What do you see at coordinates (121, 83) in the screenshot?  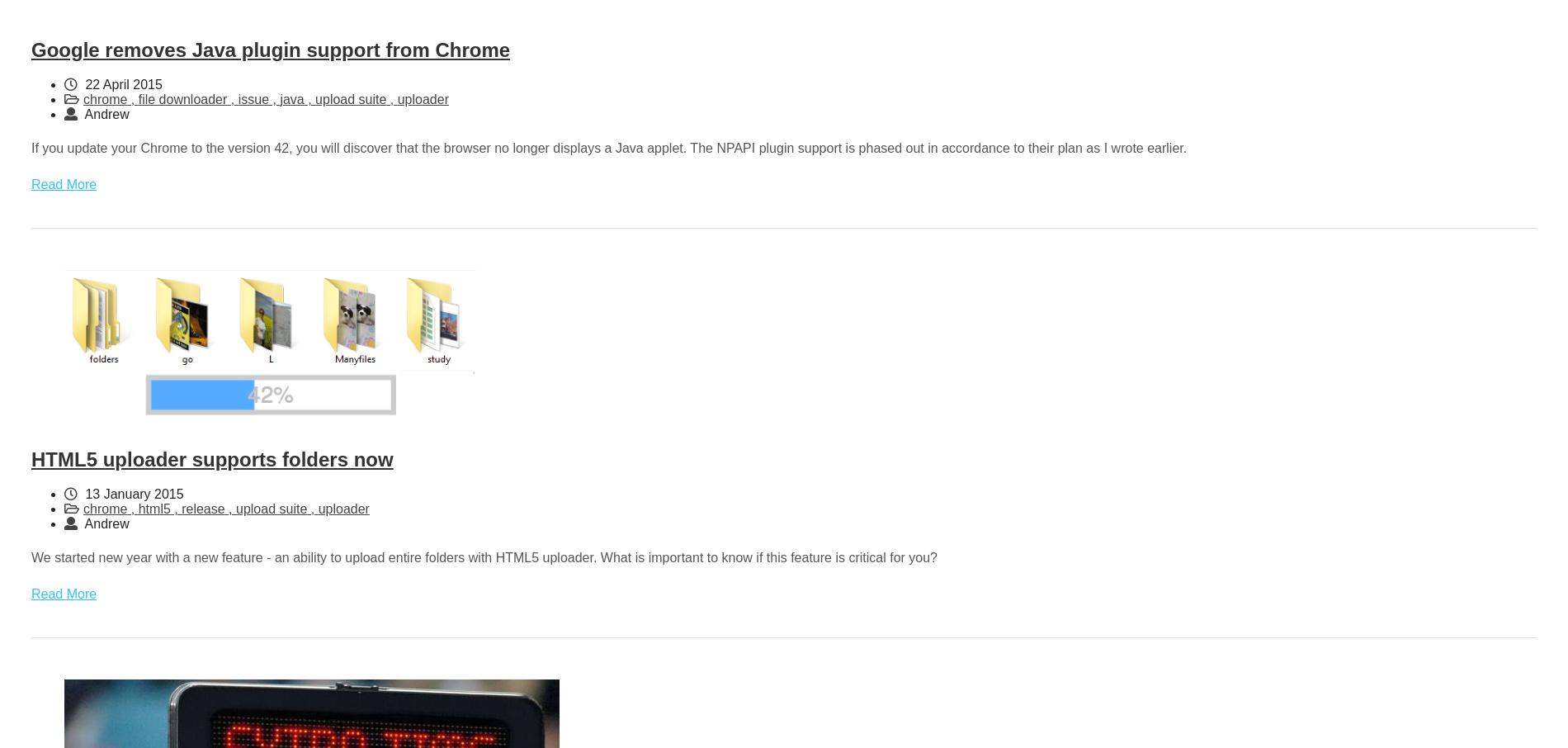 I see `'22 April 2015'` at bounding box center [121, 83].